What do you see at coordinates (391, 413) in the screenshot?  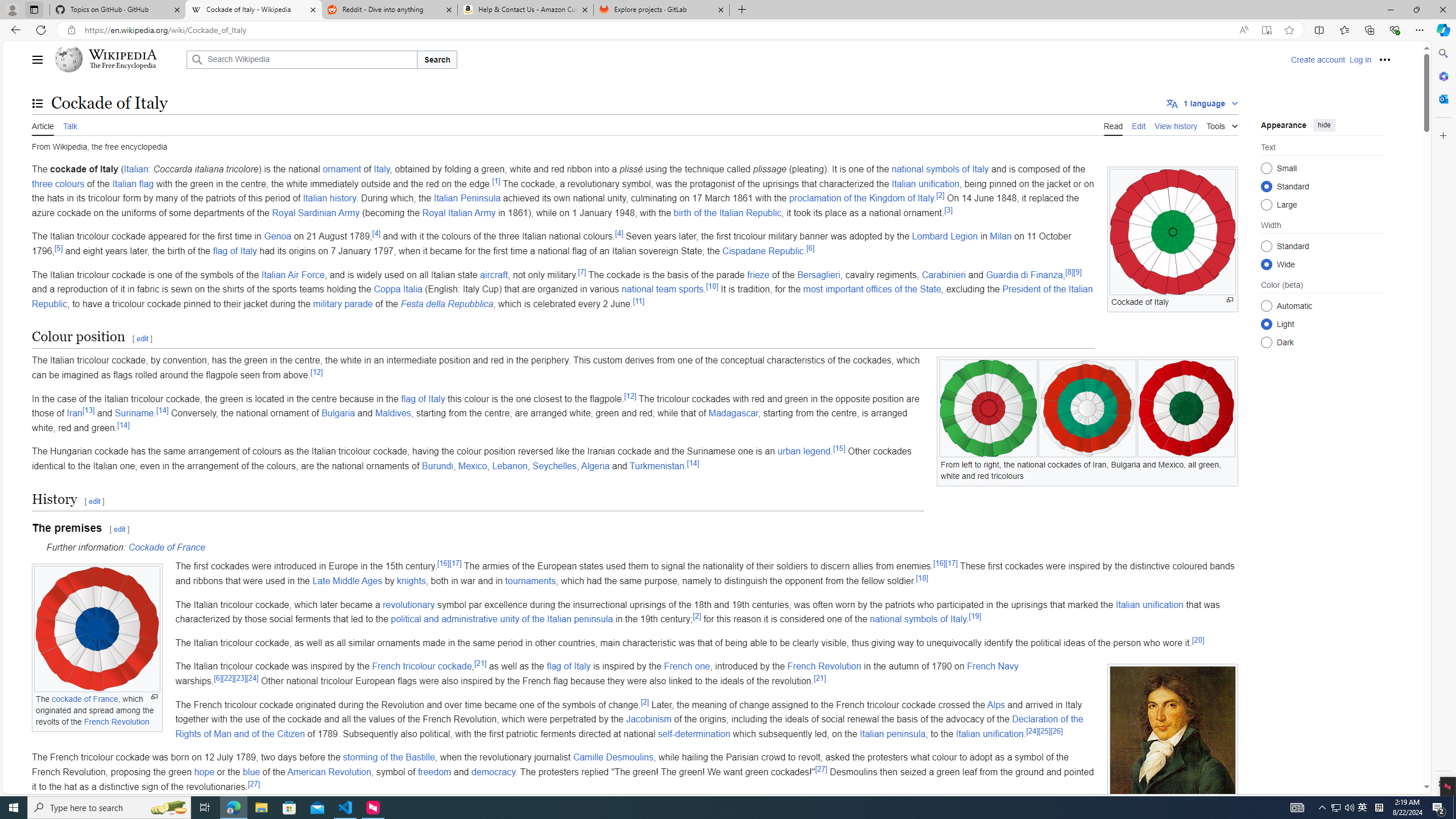 I see `'Maldives'` at bounding box center [391, 413].